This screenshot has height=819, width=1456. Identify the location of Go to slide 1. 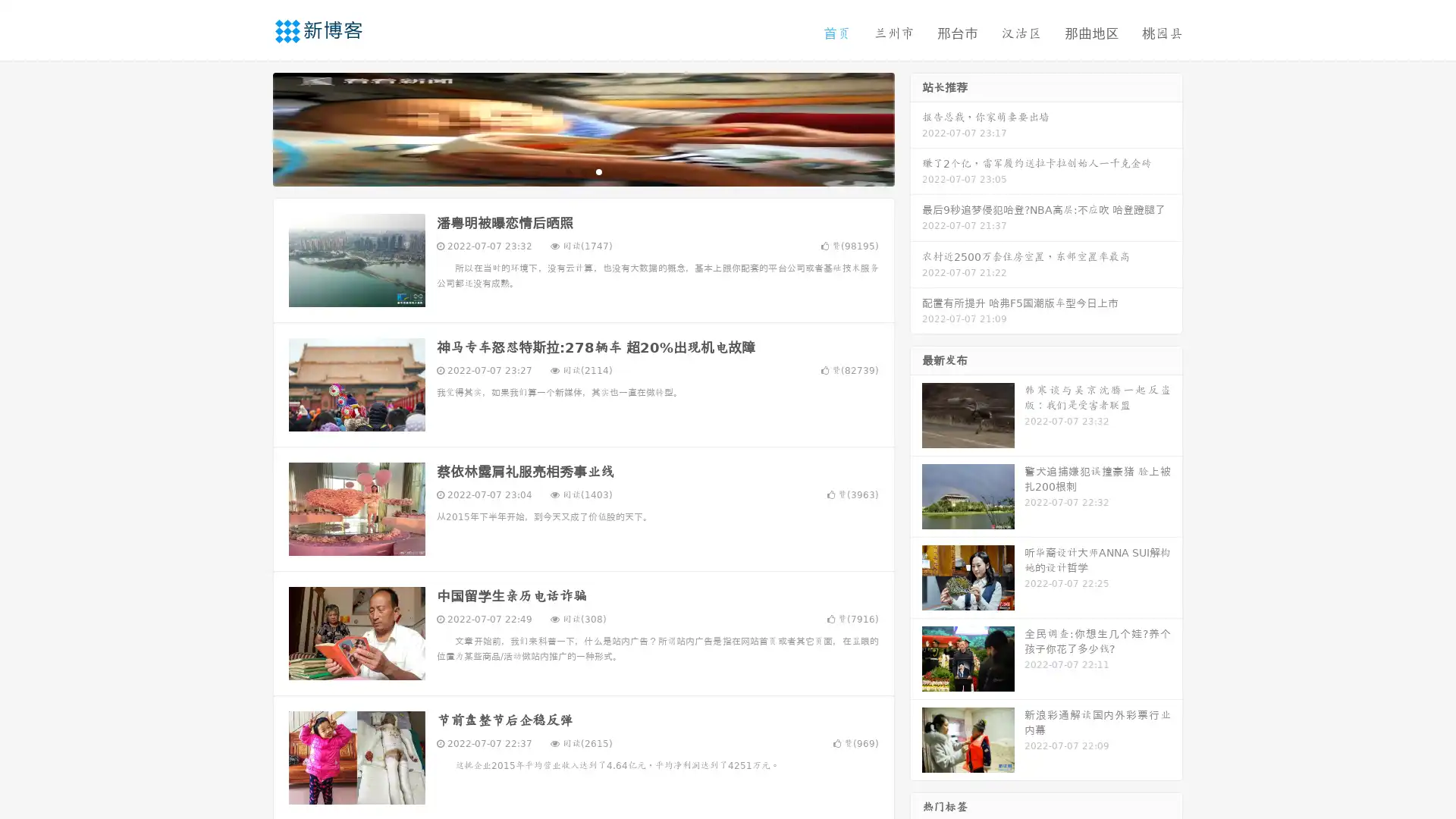
(567, 171).